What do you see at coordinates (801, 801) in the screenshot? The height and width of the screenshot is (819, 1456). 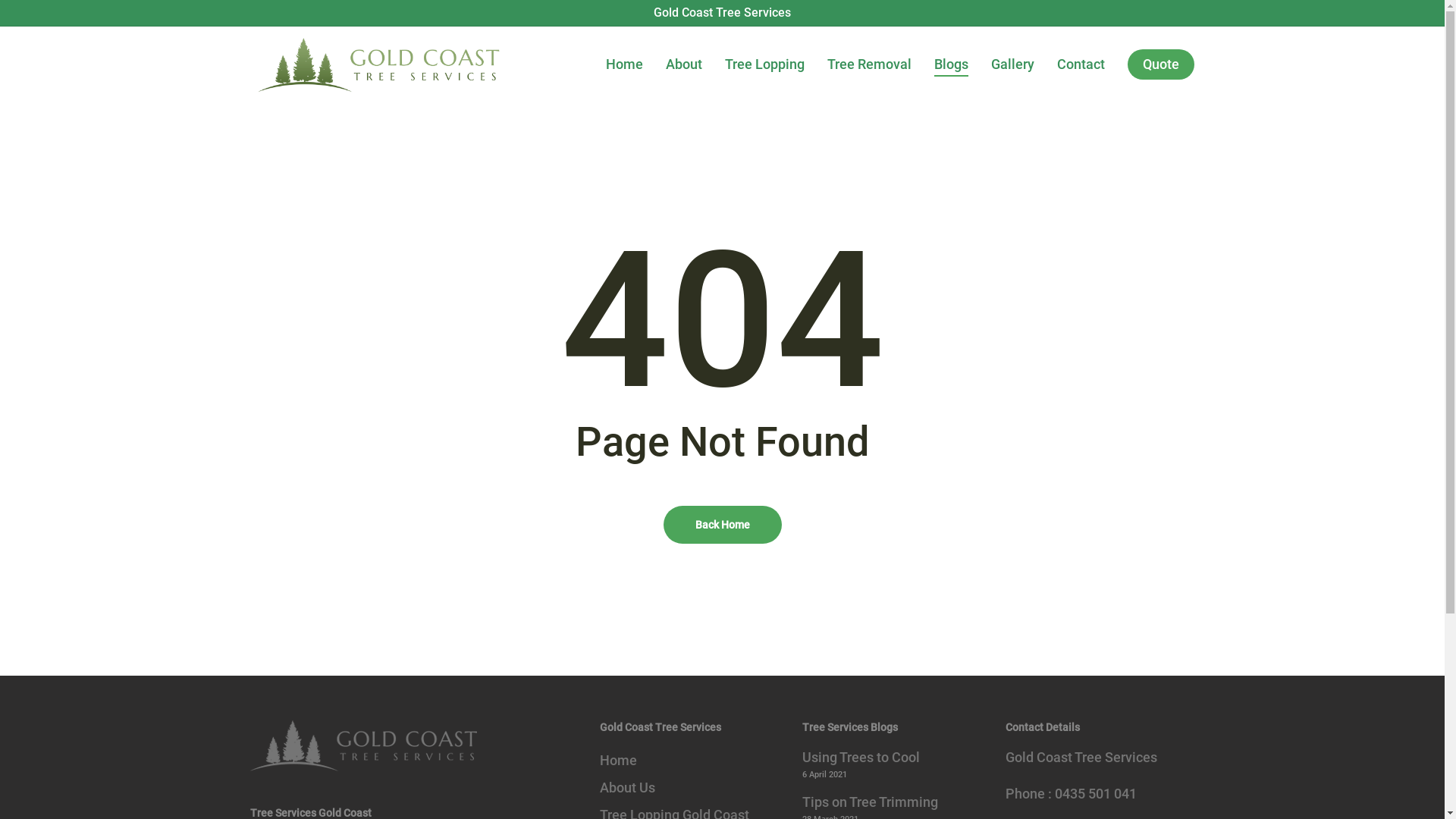 I see `'Tips on Tree Trimming'` at bounding box center [801, 801].